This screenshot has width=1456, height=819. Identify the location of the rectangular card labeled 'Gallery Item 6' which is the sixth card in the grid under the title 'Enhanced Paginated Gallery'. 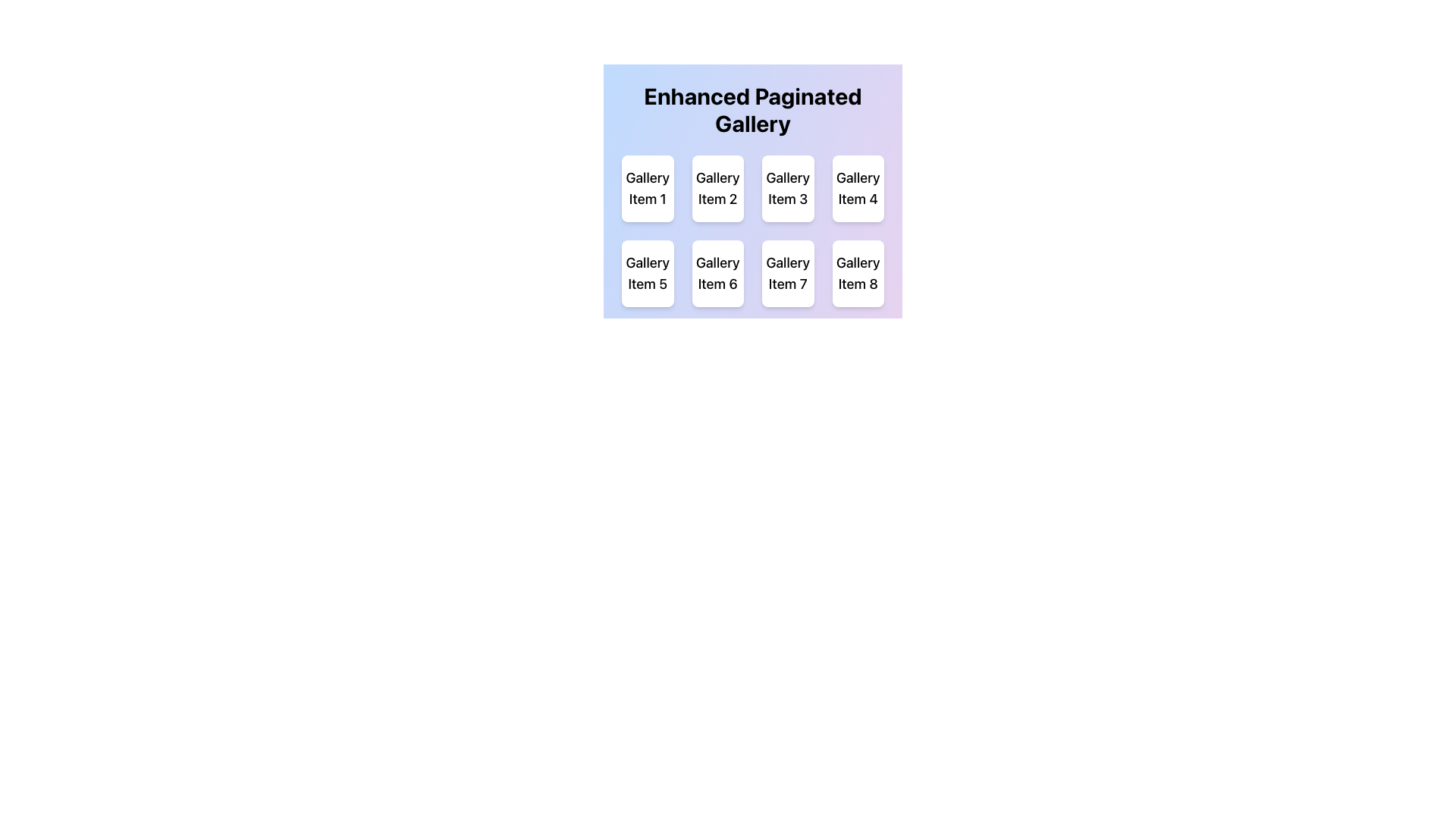
(717, 274).